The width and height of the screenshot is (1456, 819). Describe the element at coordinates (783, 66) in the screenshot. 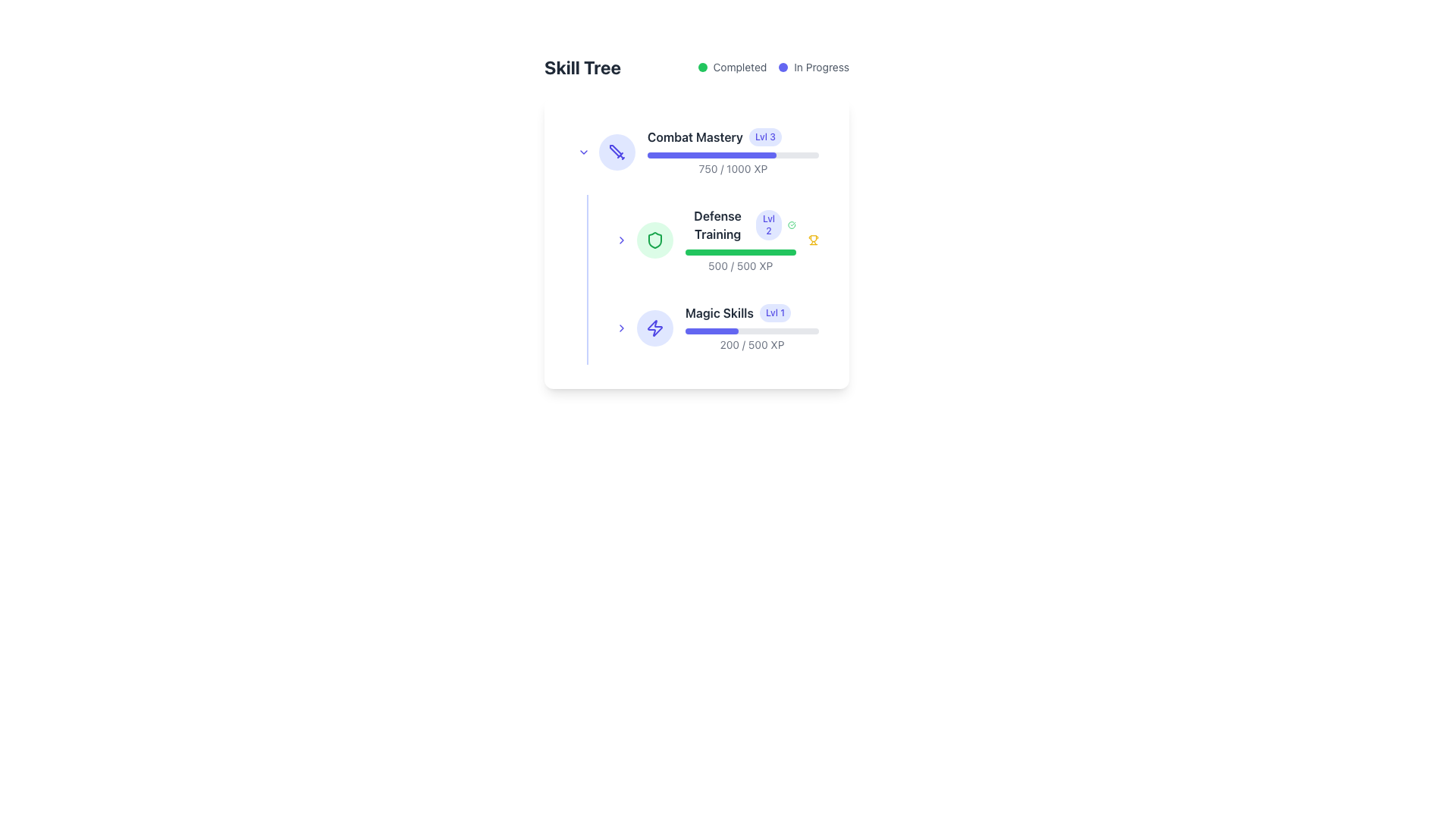

I see `the circular status indicator representing the 'In Progress' status, which is located to the left of the text label 'In Progress'` at that location.